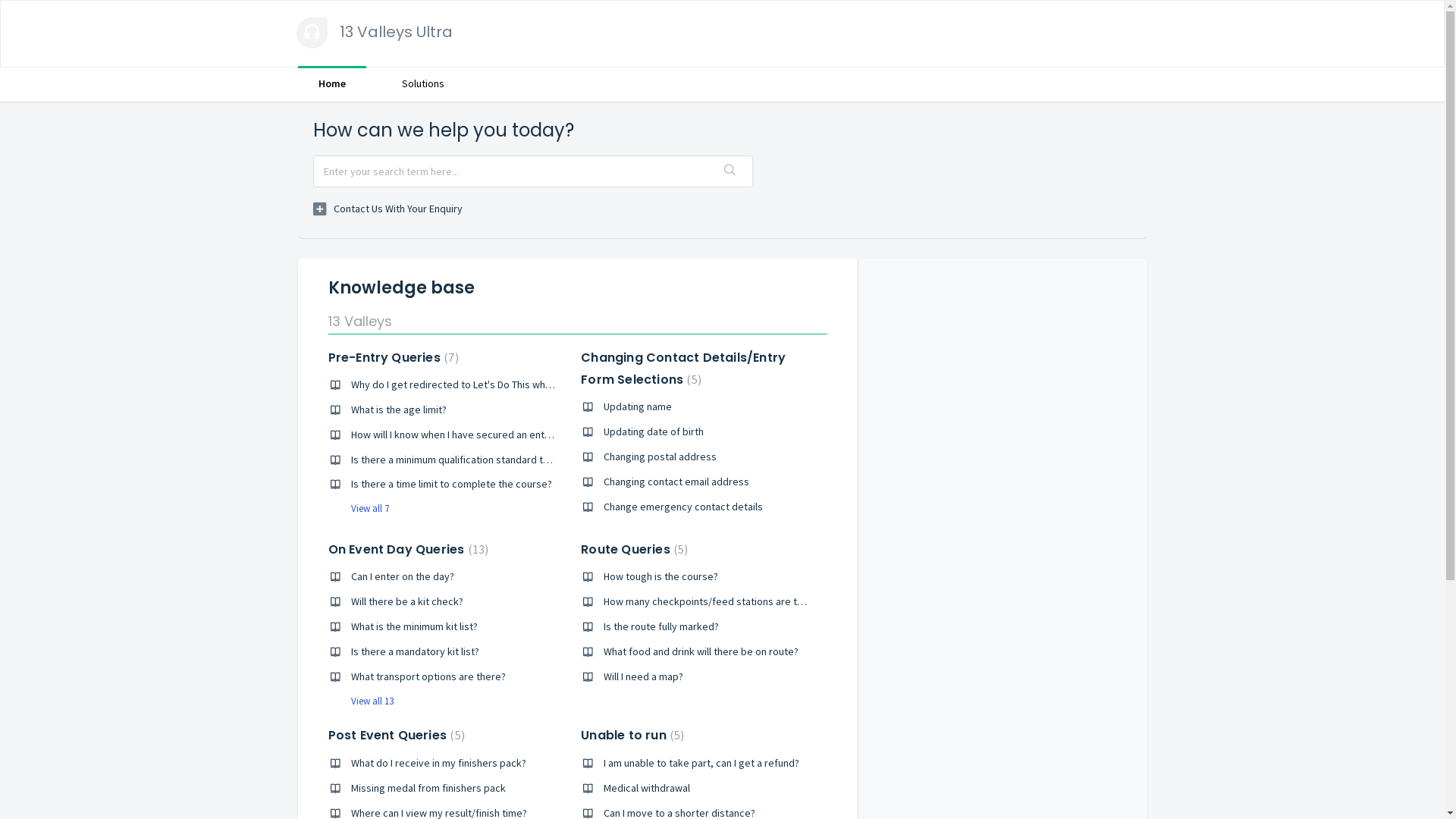  I want to click on 'Will there be a kit check?', so click(406, 601).